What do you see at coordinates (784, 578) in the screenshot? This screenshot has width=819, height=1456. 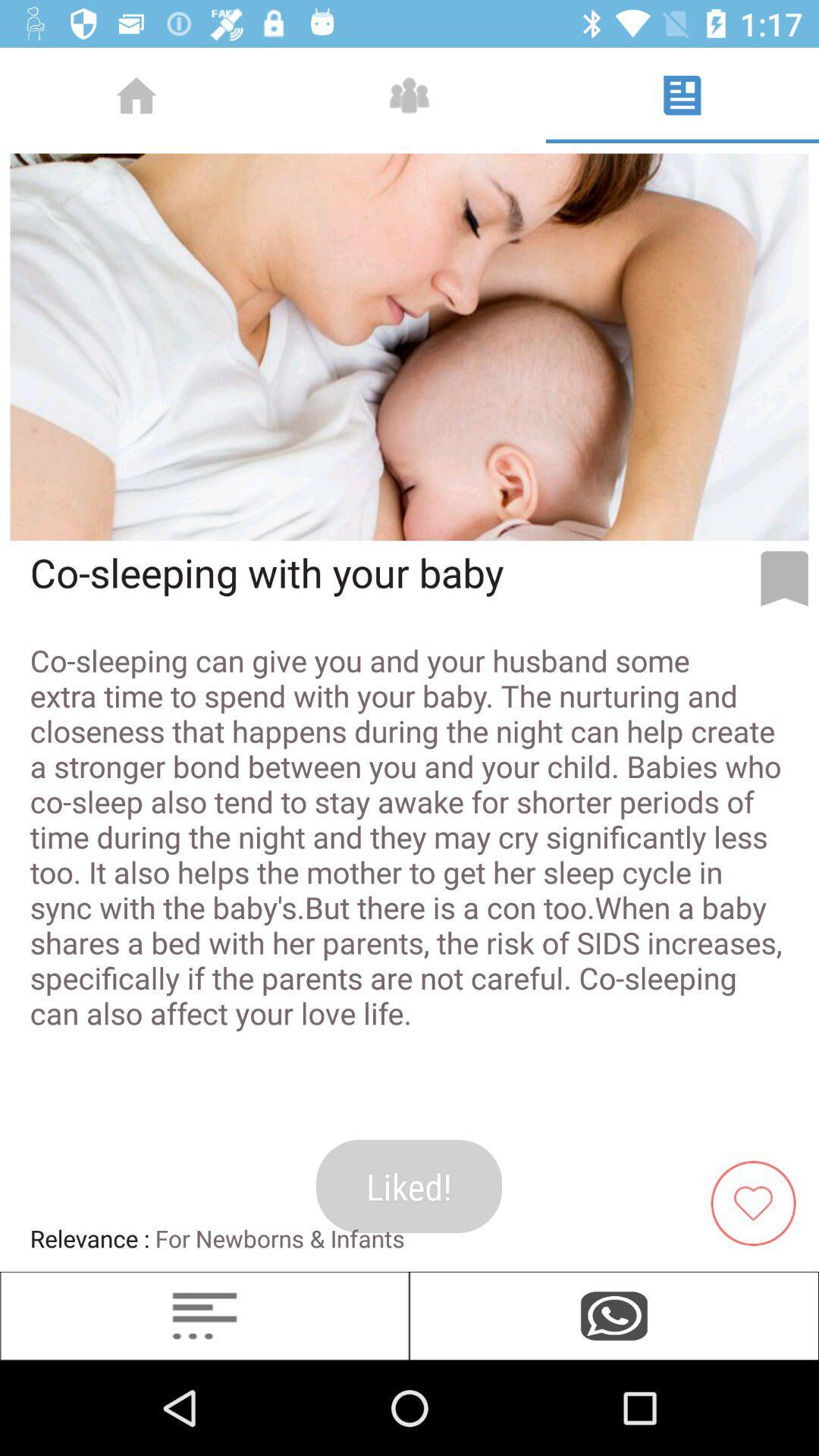 I see `the bookmark icon` at bounding box center [784, 578].